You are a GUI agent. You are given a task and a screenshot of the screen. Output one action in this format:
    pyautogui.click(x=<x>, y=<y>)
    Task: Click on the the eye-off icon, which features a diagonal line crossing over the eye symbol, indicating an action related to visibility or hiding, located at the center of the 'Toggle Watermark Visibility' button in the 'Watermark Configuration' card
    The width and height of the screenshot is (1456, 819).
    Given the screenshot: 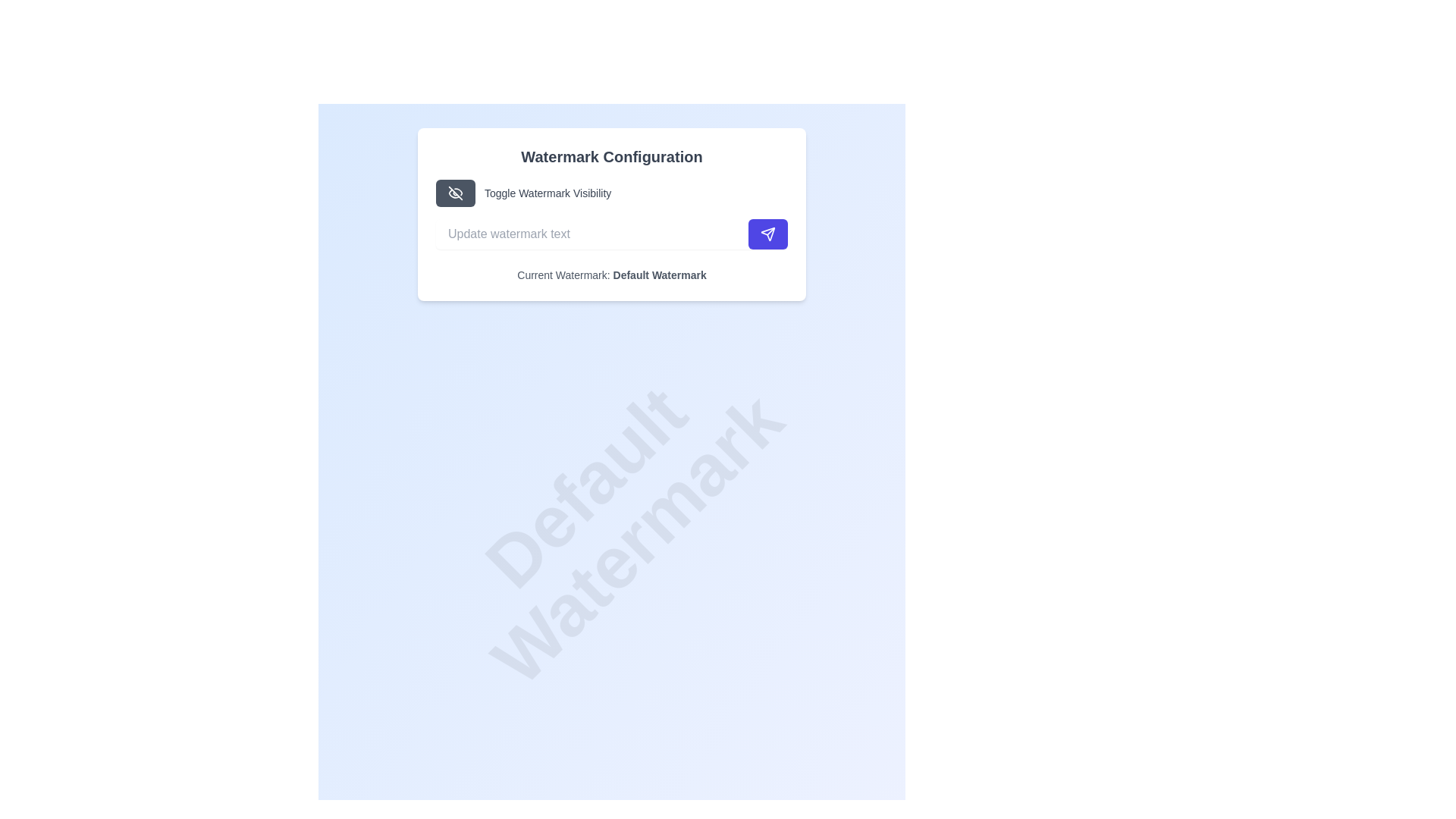 What is the action you would take?
    pyautogui.click(x=454, y=192)
    